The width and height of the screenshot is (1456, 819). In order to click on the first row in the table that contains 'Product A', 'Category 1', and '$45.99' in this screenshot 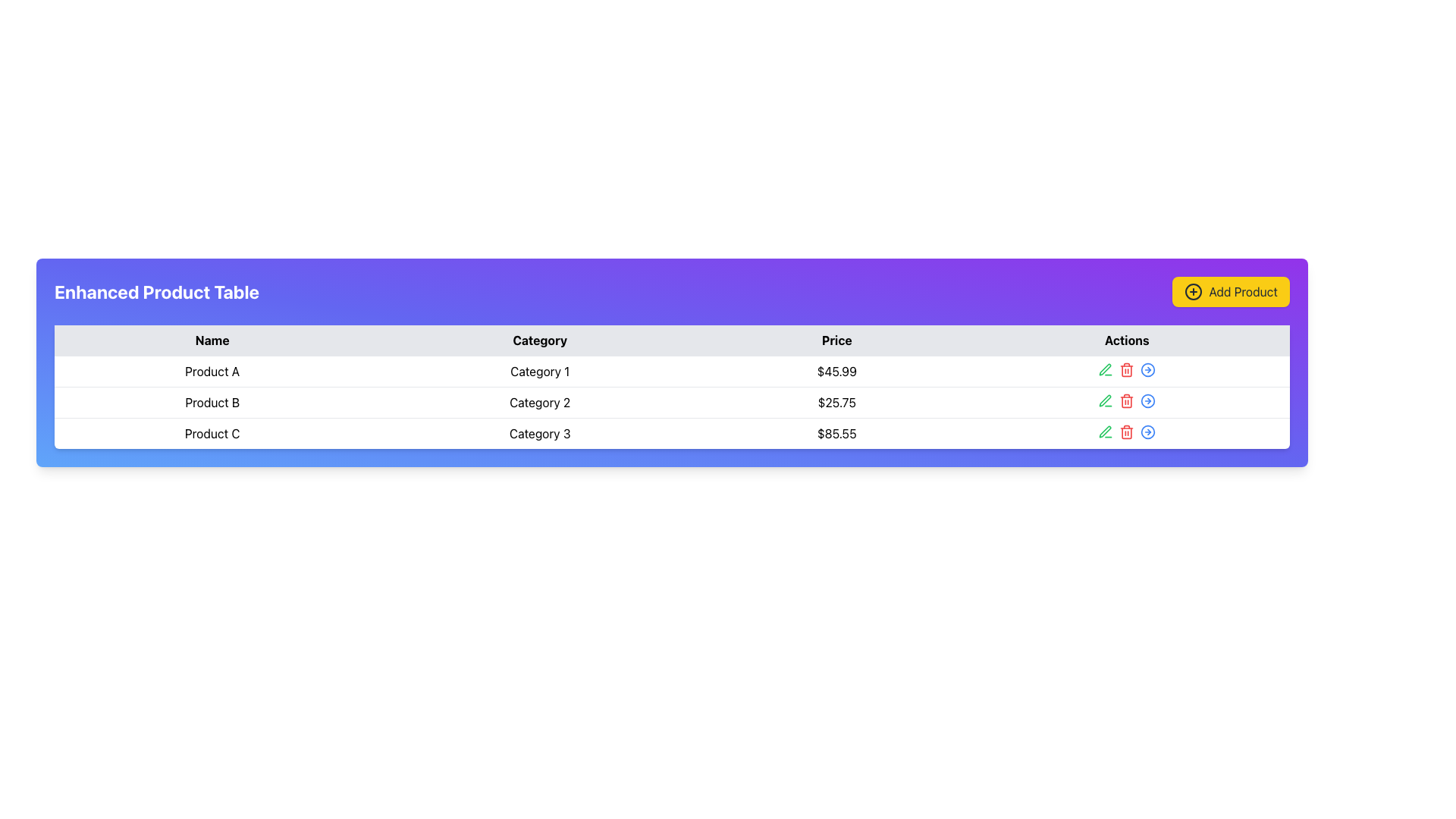, I will do `click(671, 371)`.